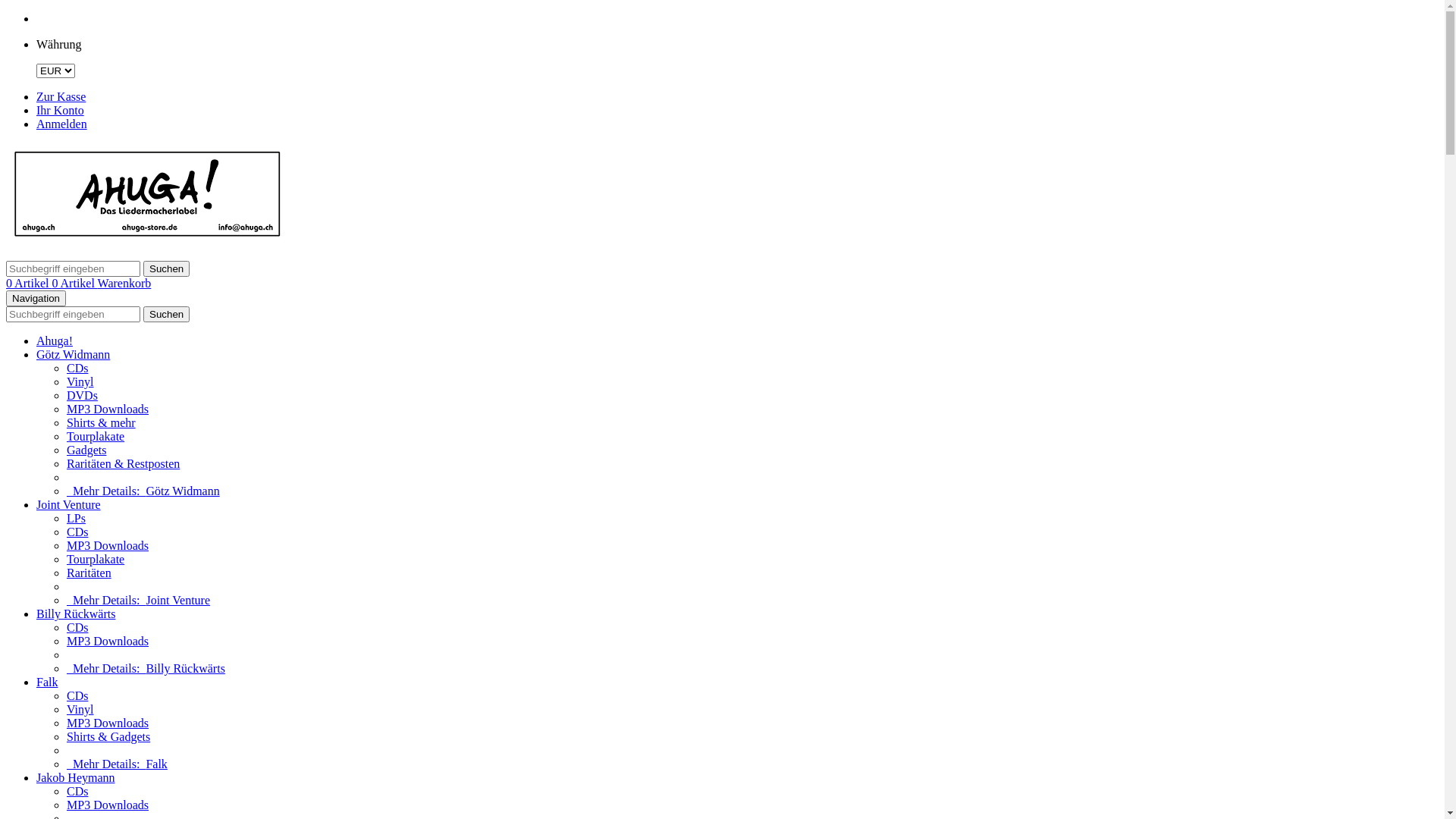  I want to click on 'MP3 Downloads', so click(107, 804).